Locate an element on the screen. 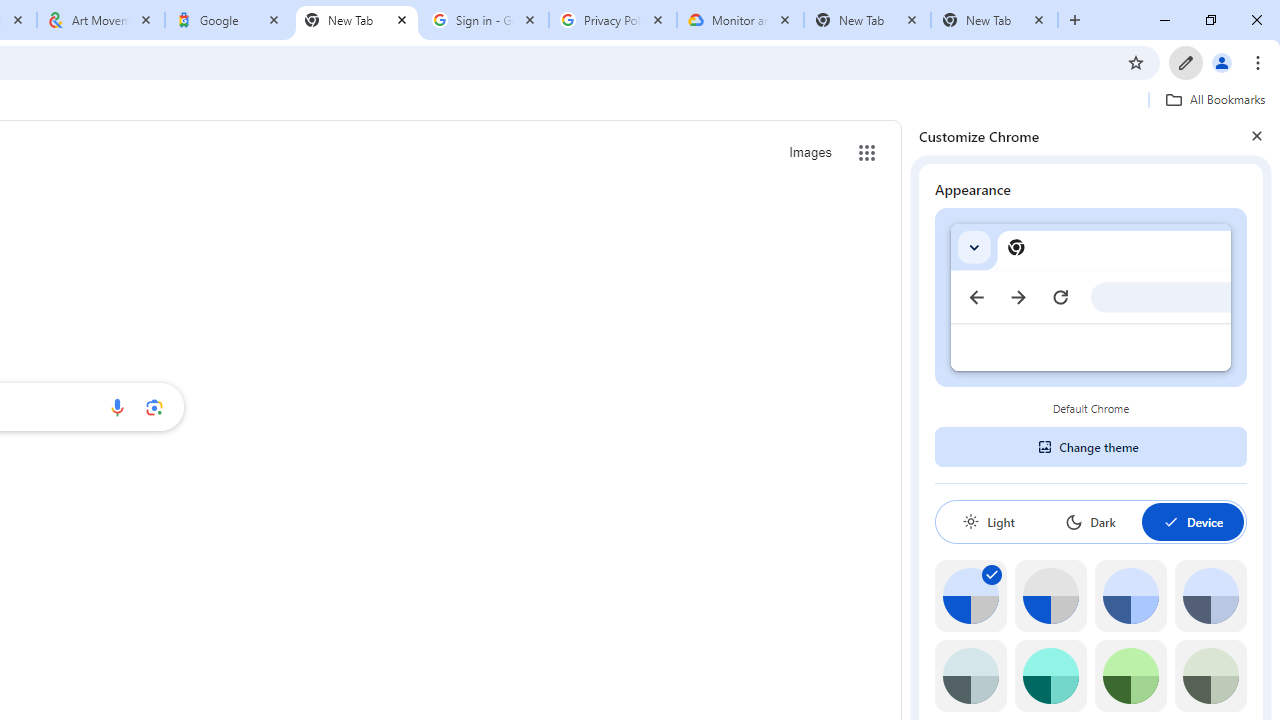 This screenshot has height=720, width=1280. 'Google' is located at coordinates (229, 20).